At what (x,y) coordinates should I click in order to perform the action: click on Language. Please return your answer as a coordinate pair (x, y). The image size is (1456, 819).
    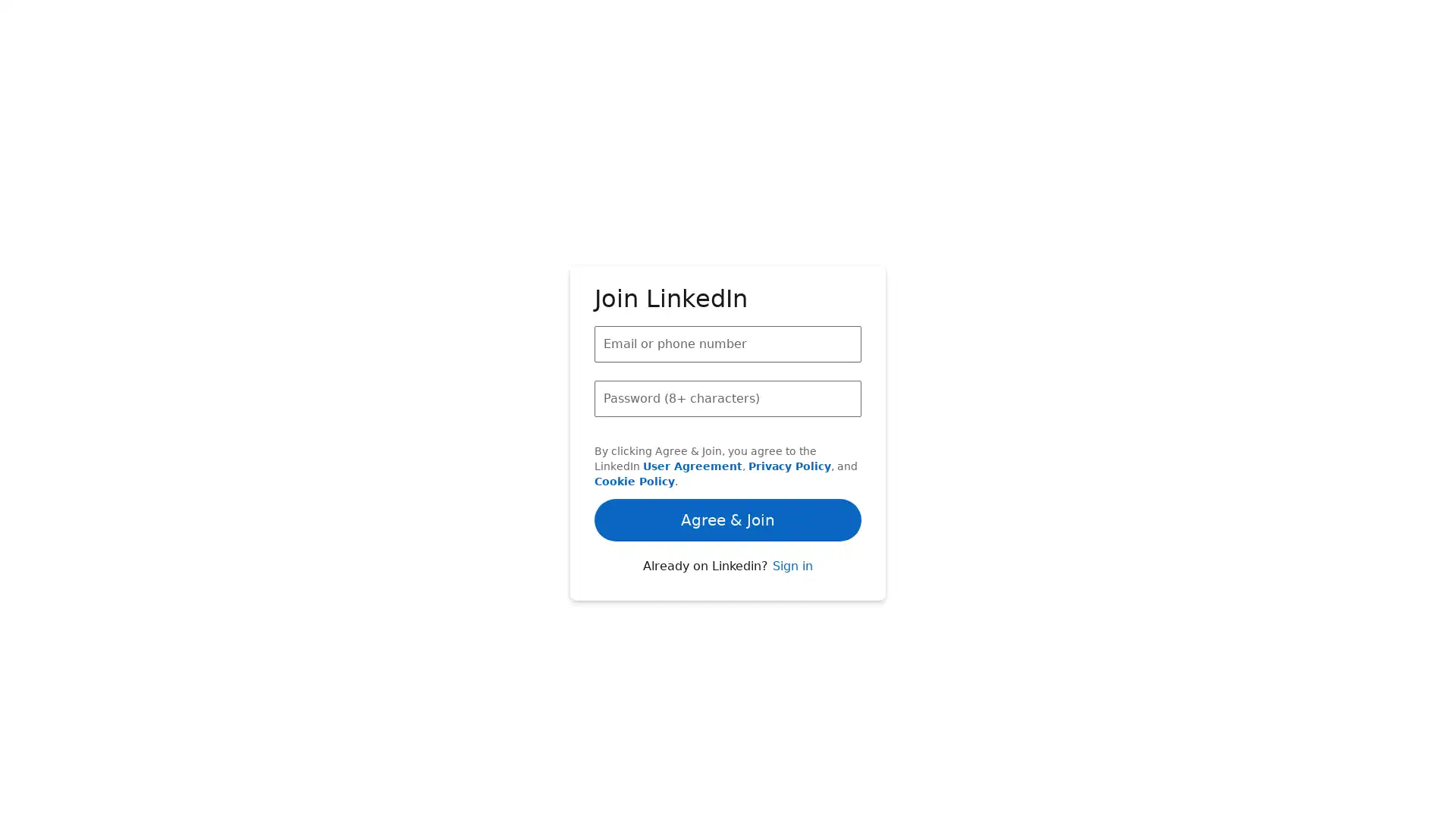
    Looking at the image, I should click on (469, 804).